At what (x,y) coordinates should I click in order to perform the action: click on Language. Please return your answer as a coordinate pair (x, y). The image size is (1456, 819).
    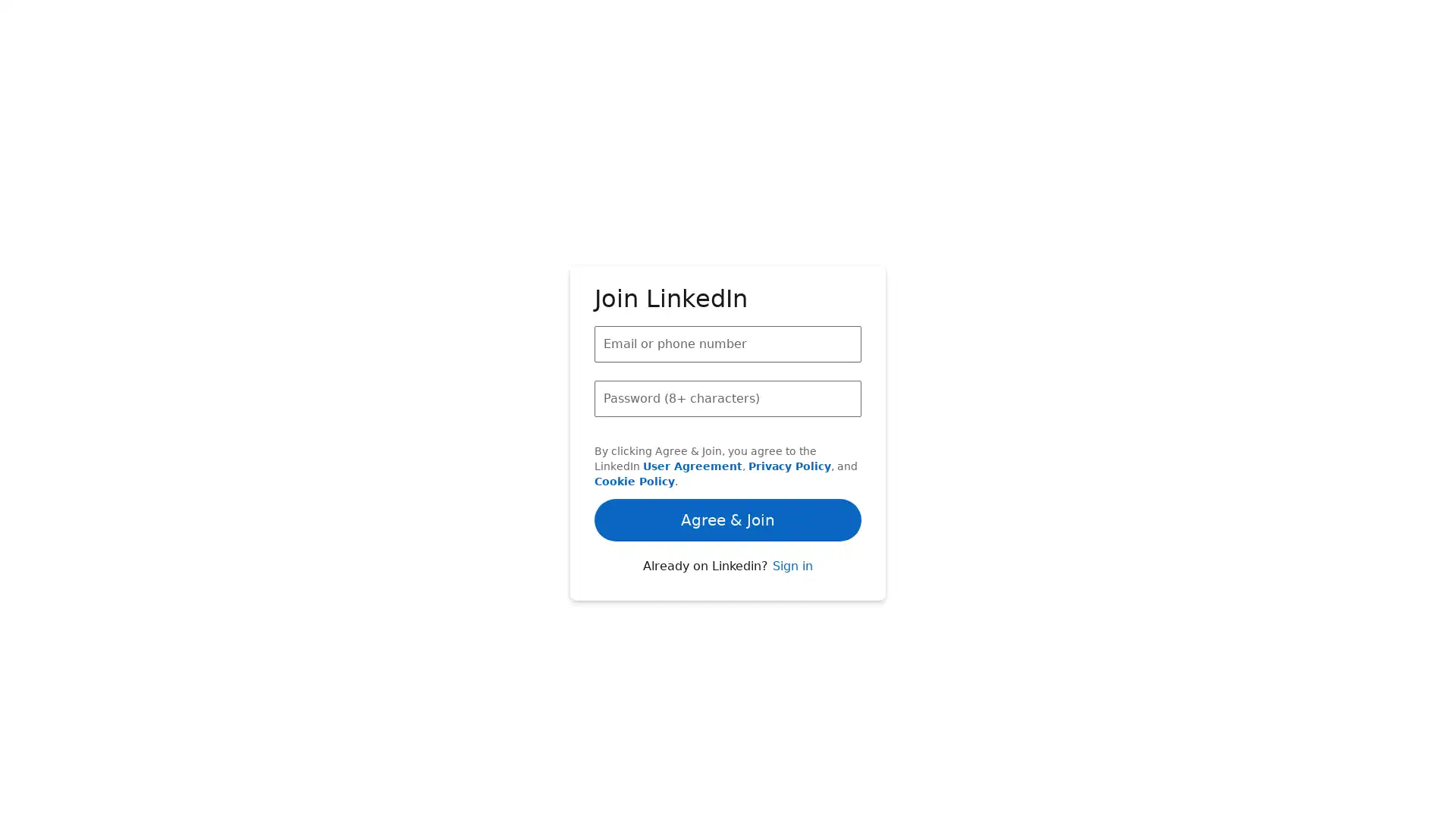
    Looking at the image, I should click on (469, 804).